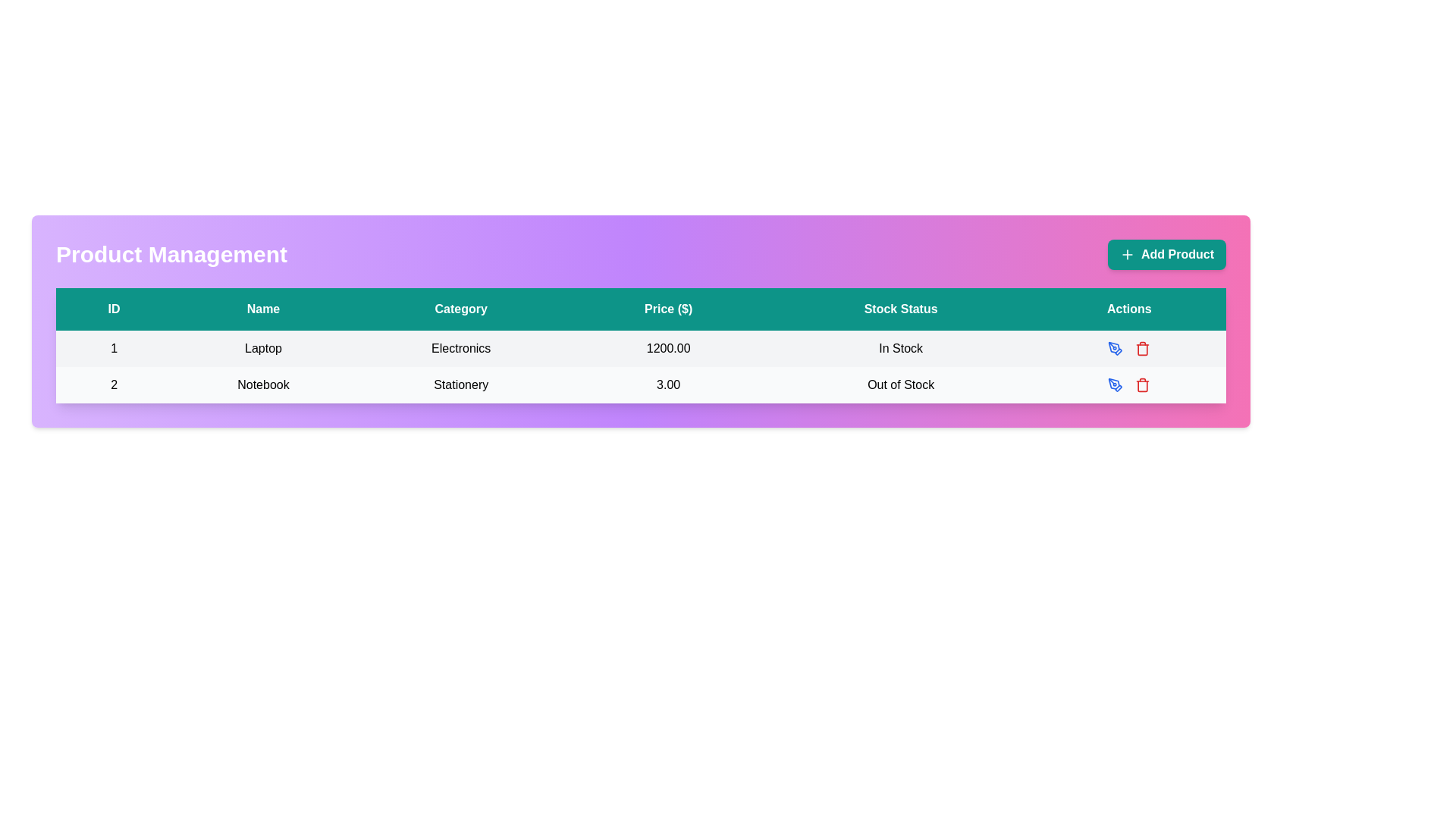 The height and width of the screenshot is (819, 1456). Describe the element at coordinates (1128, 253) in the screenshot. I see `the appearance of the 'add' icon located within the 'Add Product' button at the top-right corner of the UI` at that location.